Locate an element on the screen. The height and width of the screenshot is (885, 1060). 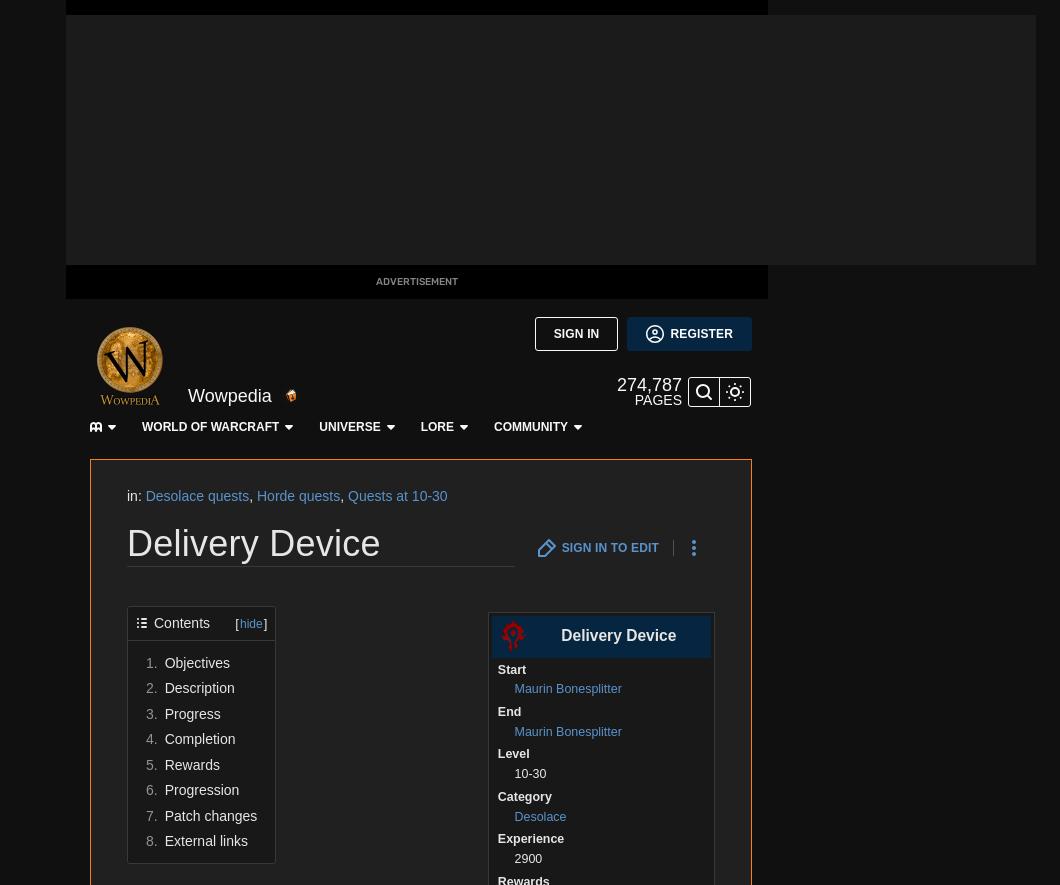
'Anime' is located at coordinates (32, 357).